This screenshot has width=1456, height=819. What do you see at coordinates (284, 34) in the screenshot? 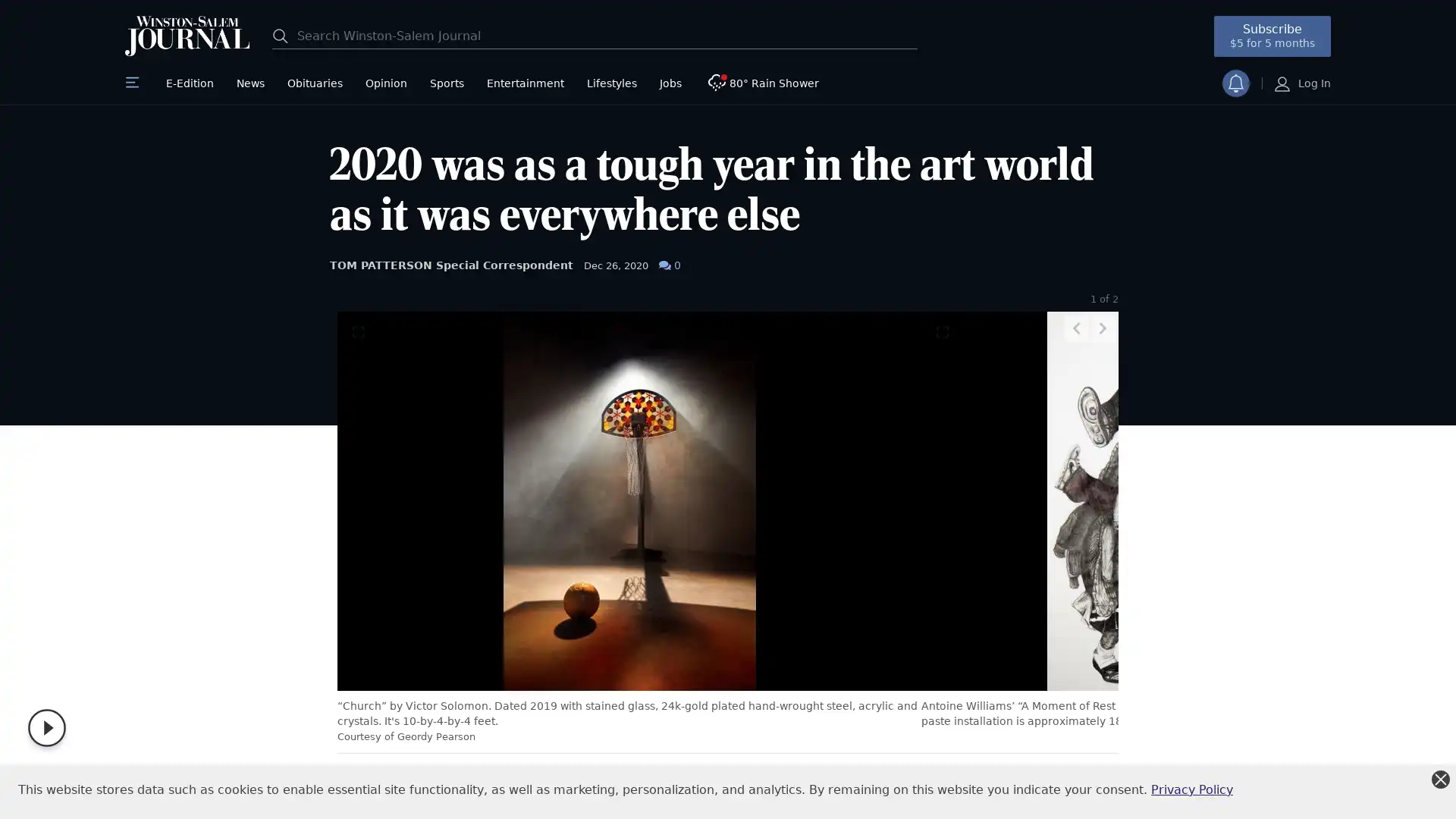
I see `Submit Site Search` at bounding box center [284, 34].